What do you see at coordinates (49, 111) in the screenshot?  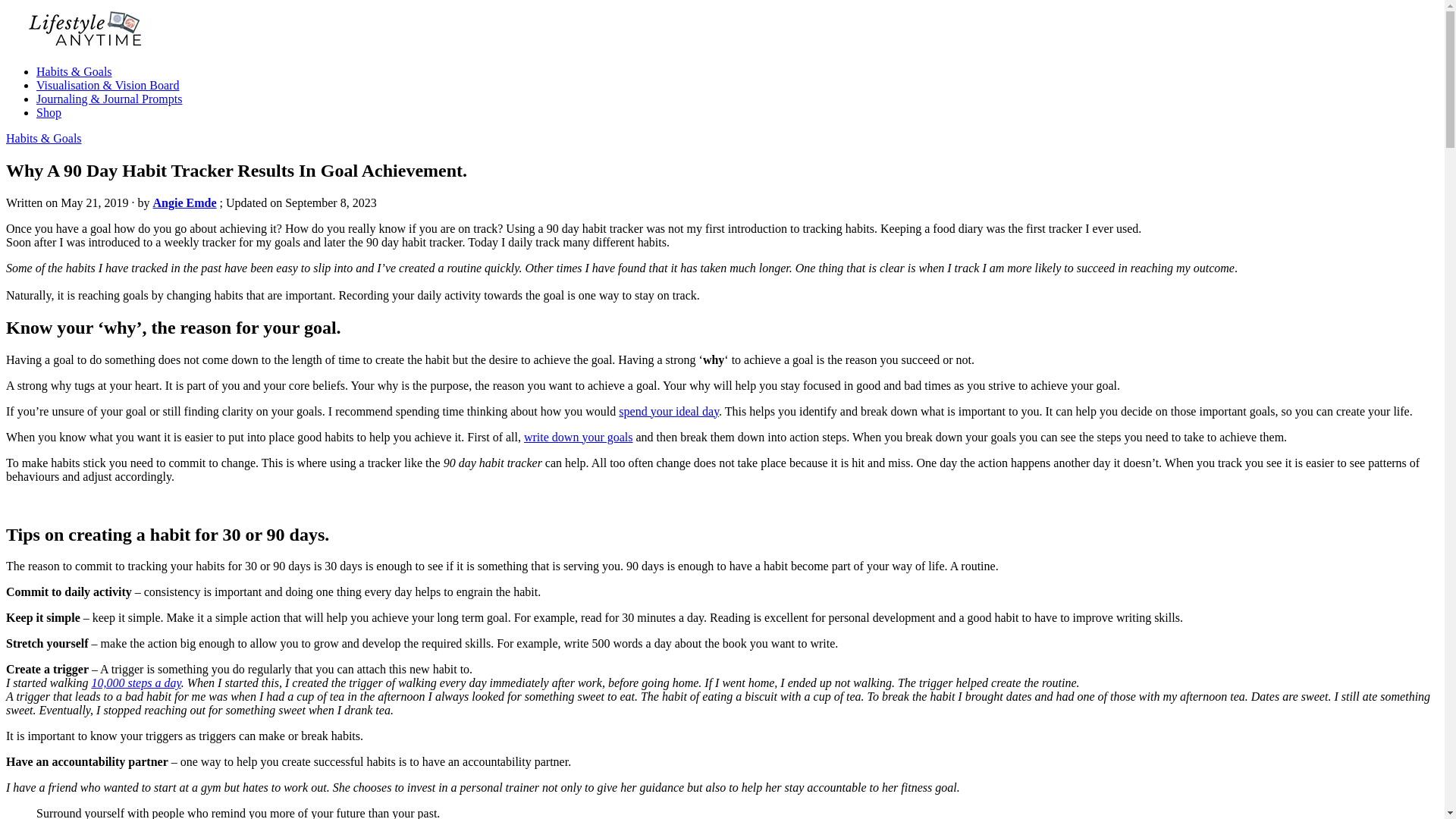 I see `'Shop'` at bounding box center [49, 111].